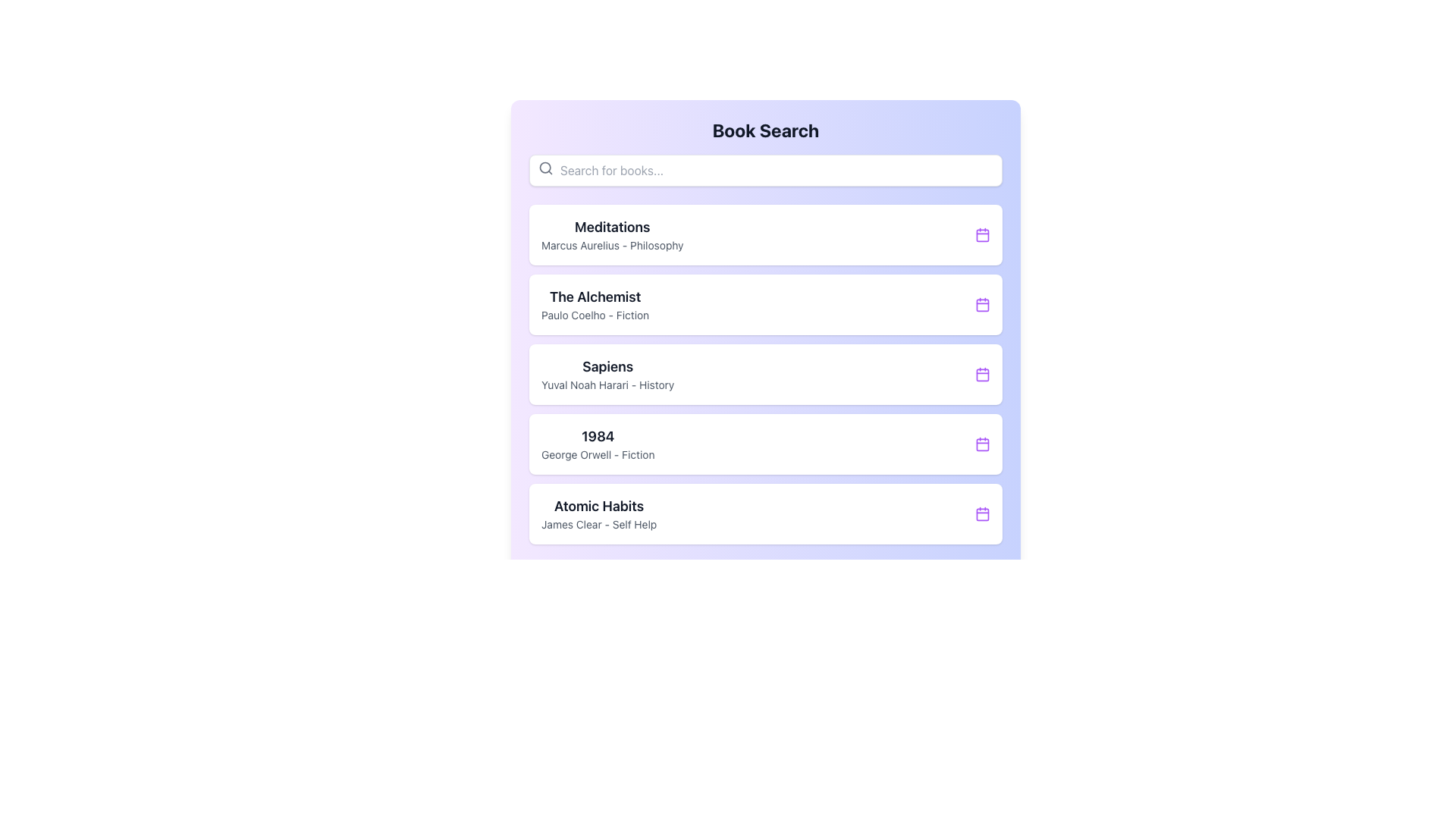 The width and height of the screenshot is (1456, 819). Describe the element at coordinates (598, 506) in the screenshot. I see `the text element displaying the title 'Atomic Habits', which is prominently styled in bold and larger font, located above the descriptive text in the last book entry of the list` at that location.